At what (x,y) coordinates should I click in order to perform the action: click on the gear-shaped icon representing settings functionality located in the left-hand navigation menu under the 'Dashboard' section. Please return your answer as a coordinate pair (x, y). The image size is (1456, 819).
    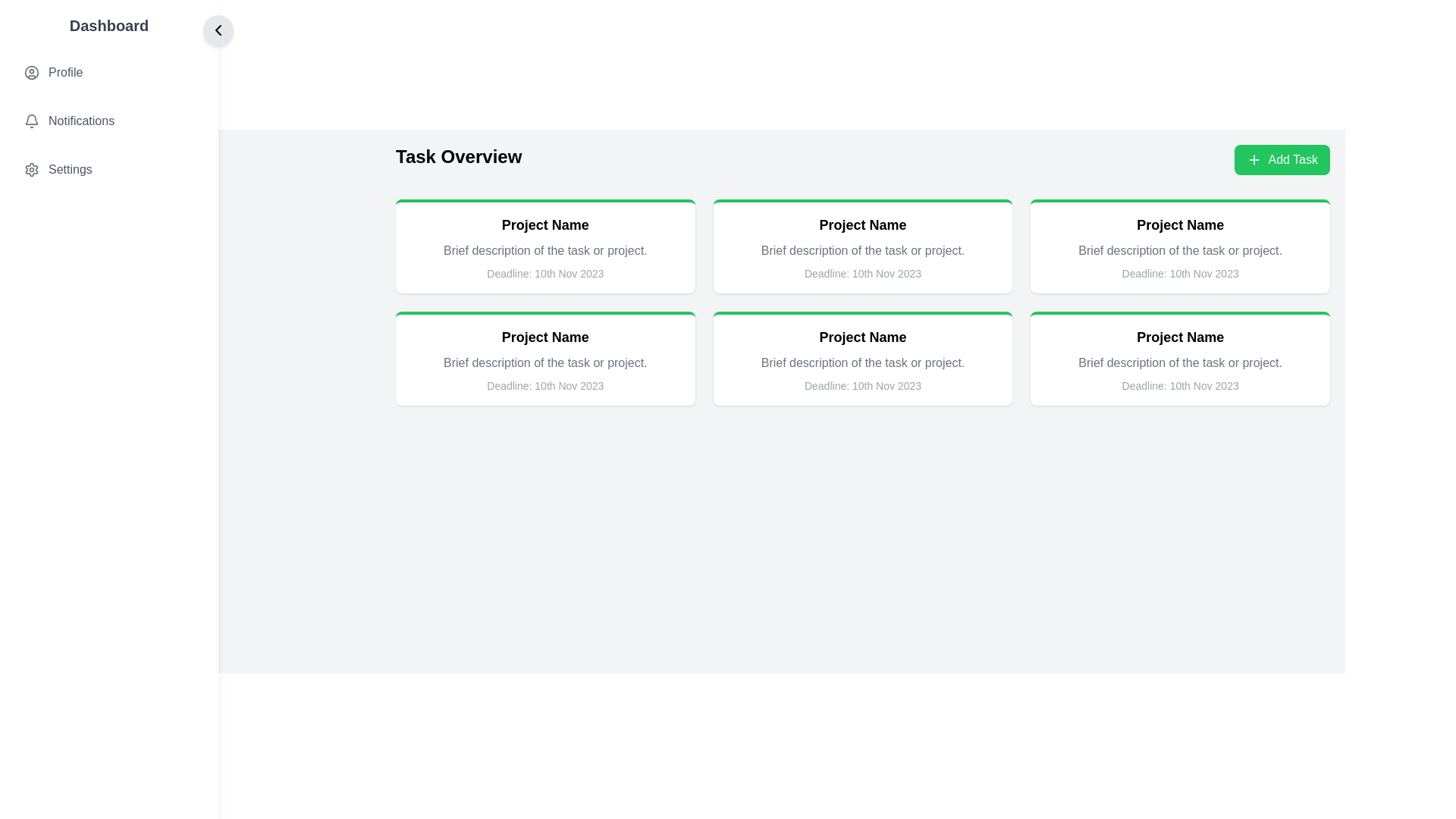
    Looking at the image, I should click on (32, 169).